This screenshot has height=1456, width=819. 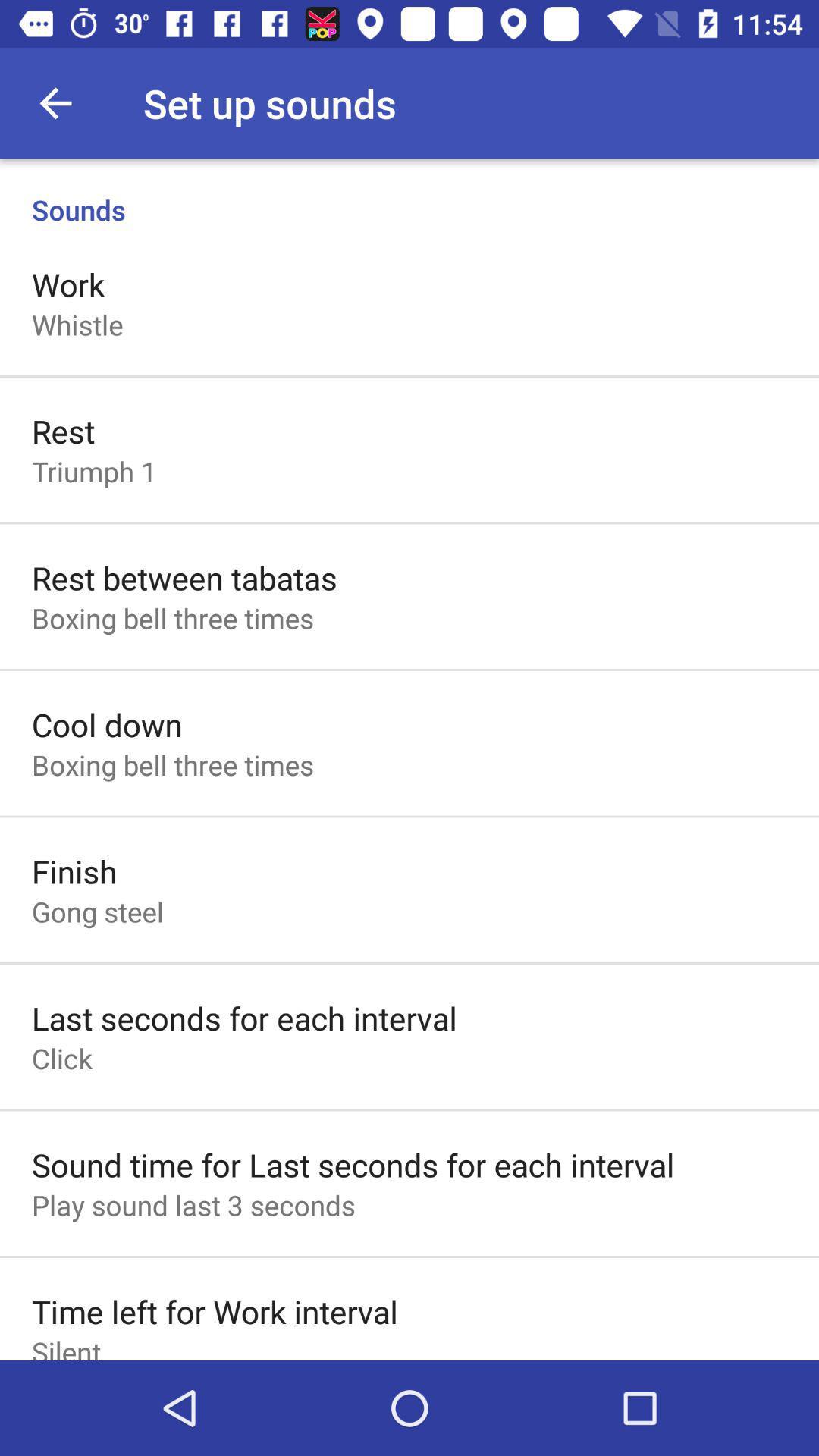 What do you see at coordinates (77, 324) in the screenshot?
I see `the whistle` at bounding box center [77, 324].